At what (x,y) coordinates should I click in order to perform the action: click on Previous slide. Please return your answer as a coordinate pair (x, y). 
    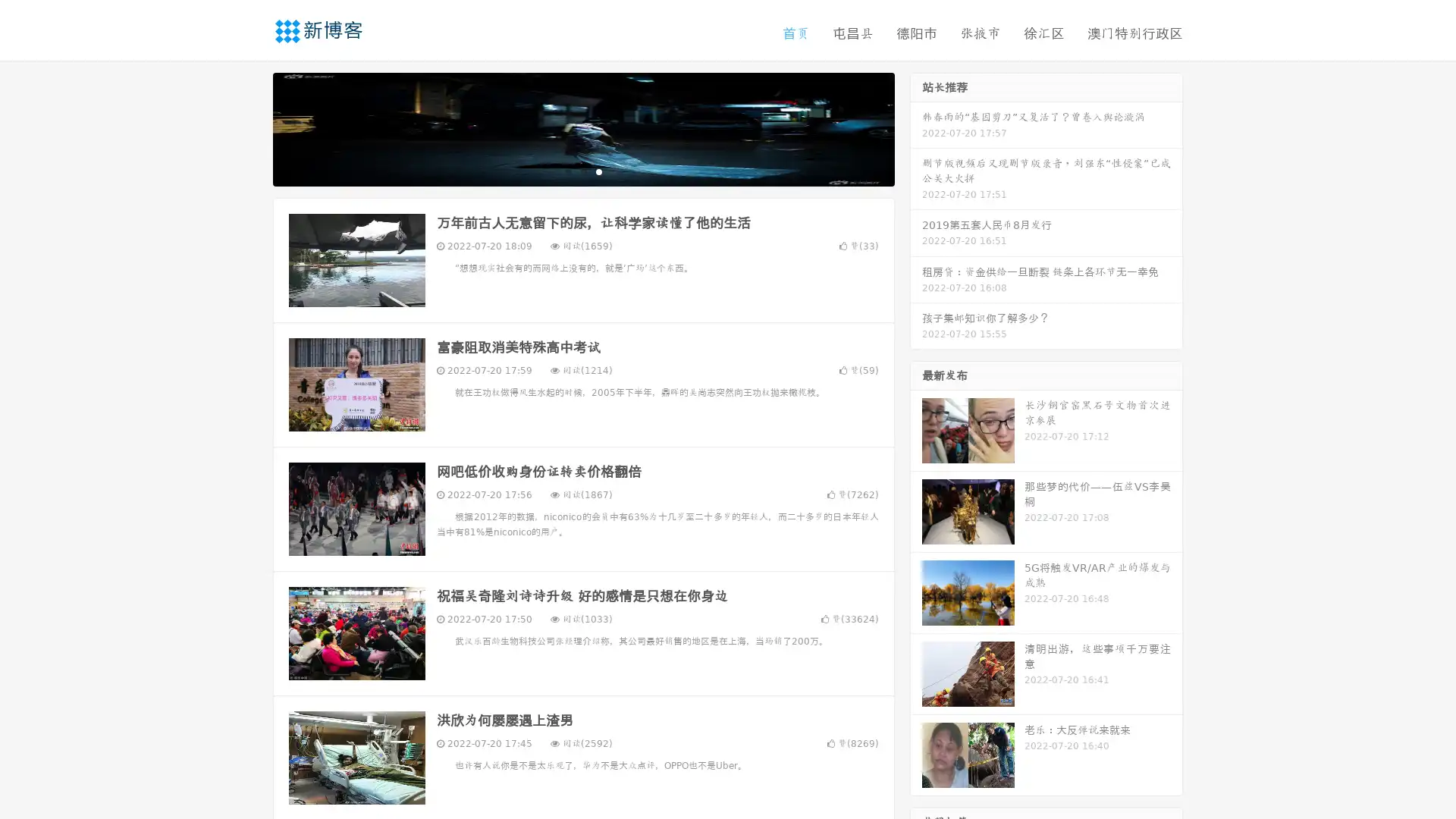
    Looking at the image, I should click on (250, 127).